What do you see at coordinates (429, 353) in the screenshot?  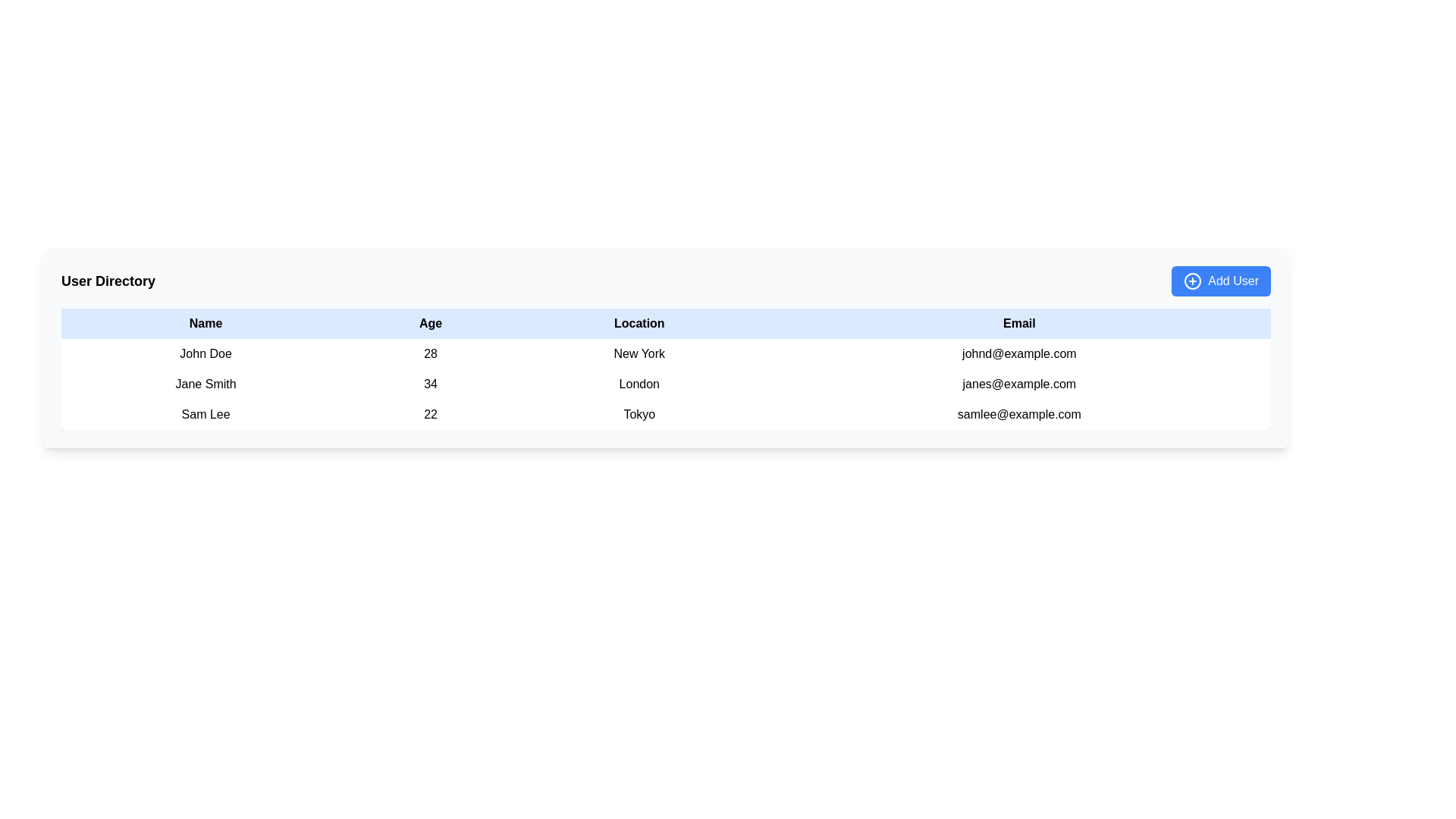 I see `the table cell displaying the numeric value '28' in the second column of the first row under the 'Age' header` at bounding box center [429, 353].